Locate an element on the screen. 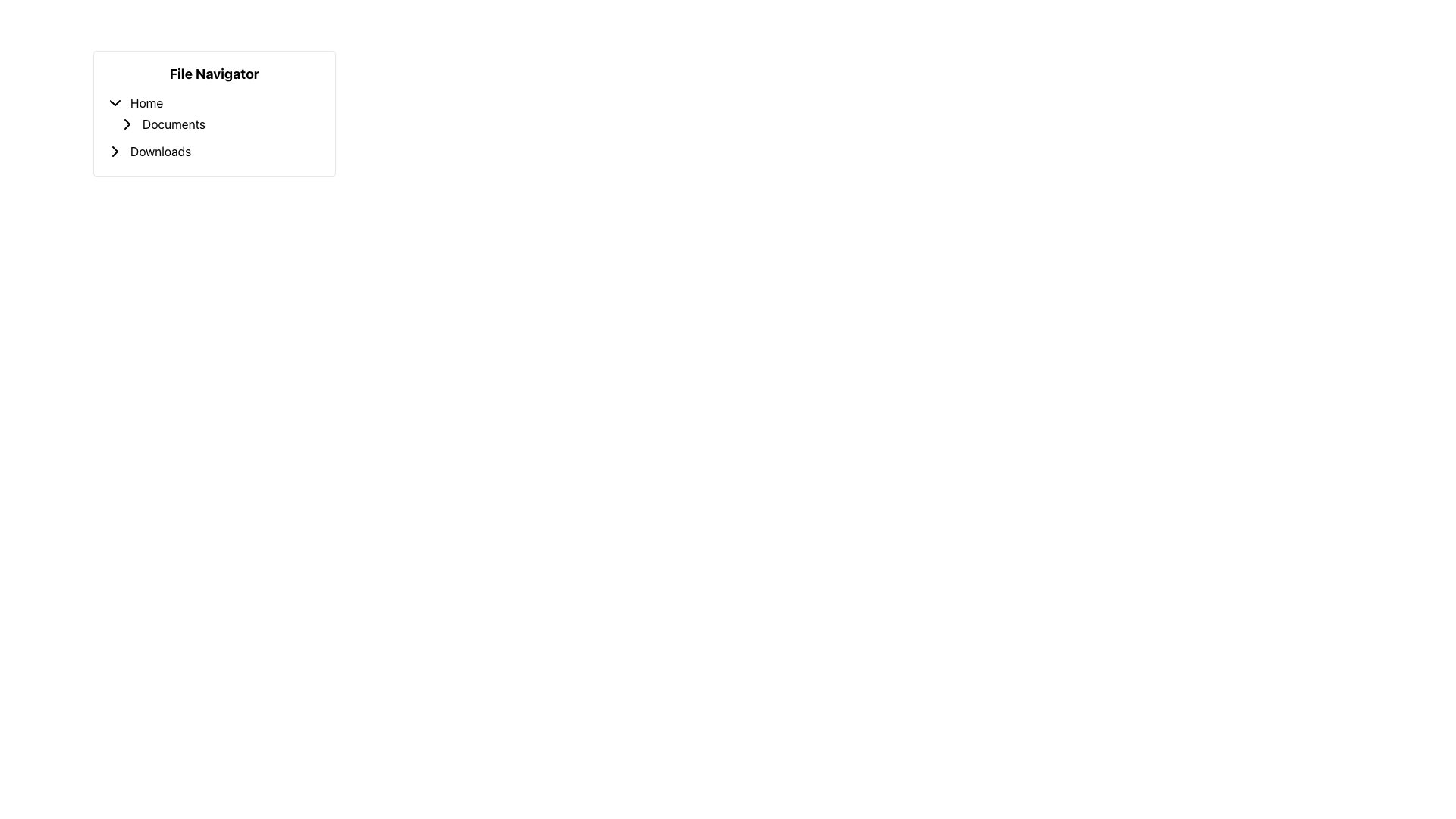 This screenshot has height=819, width=1456. the 'Home' menu item in the 'File Navigator' is located at coordinates (214, 102).